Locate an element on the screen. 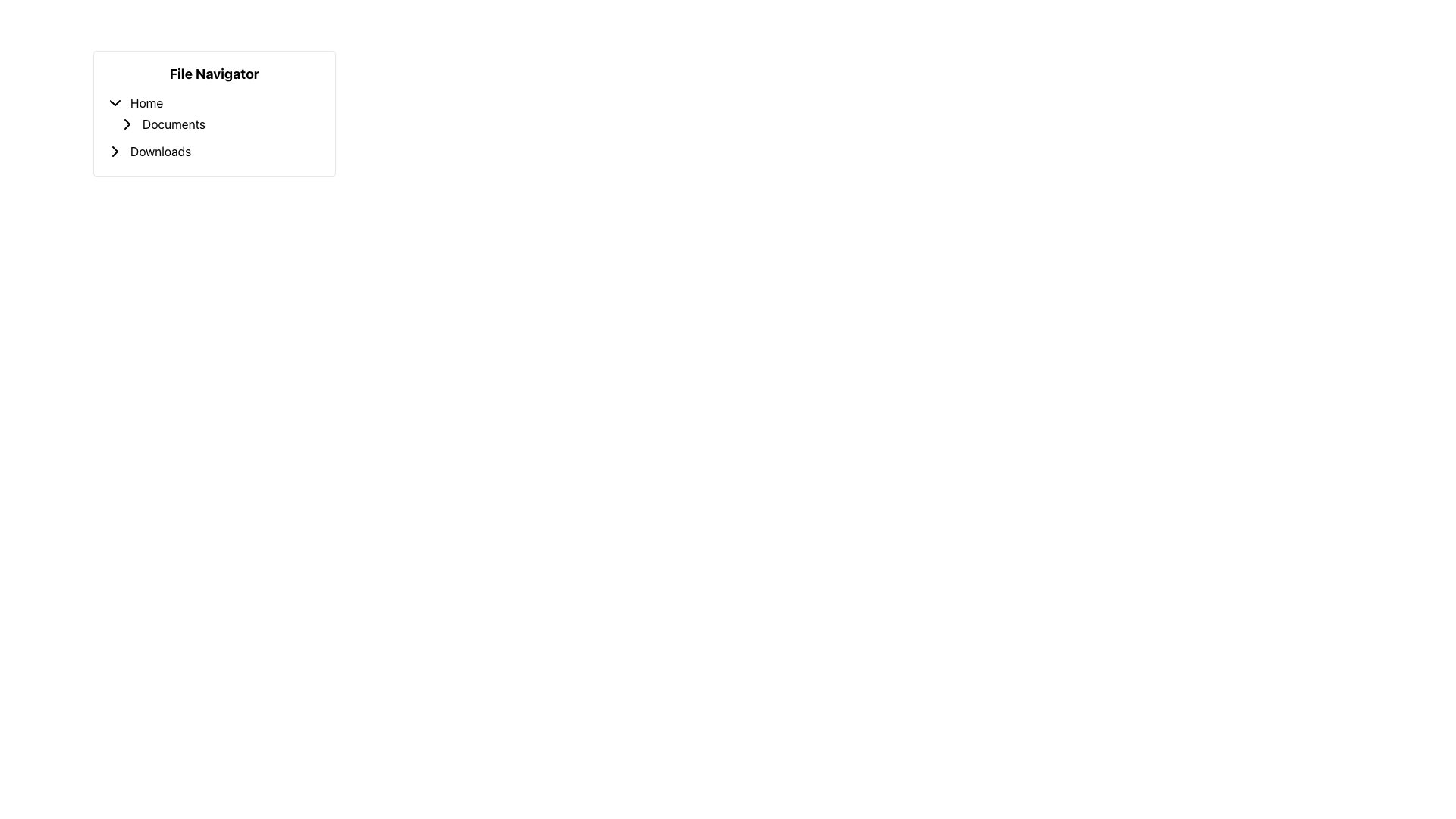 This screenshot has height=819, width=1456. the 'Home' menu item in the 'File Navigator' is located at coordinates (214, 102).